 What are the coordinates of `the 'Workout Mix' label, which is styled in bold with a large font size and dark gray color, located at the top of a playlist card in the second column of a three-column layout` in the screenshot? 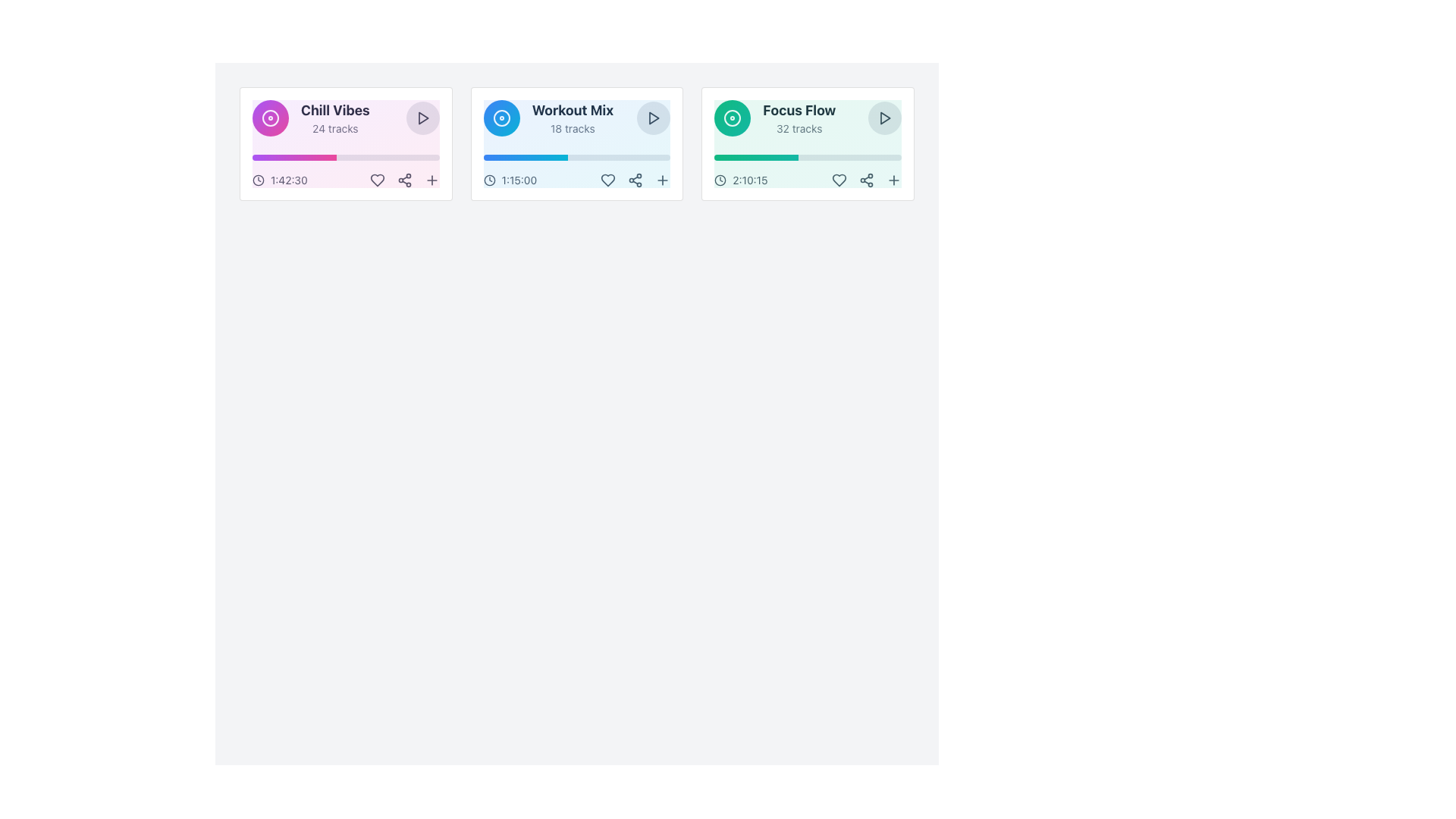 It's located at (572, 110).